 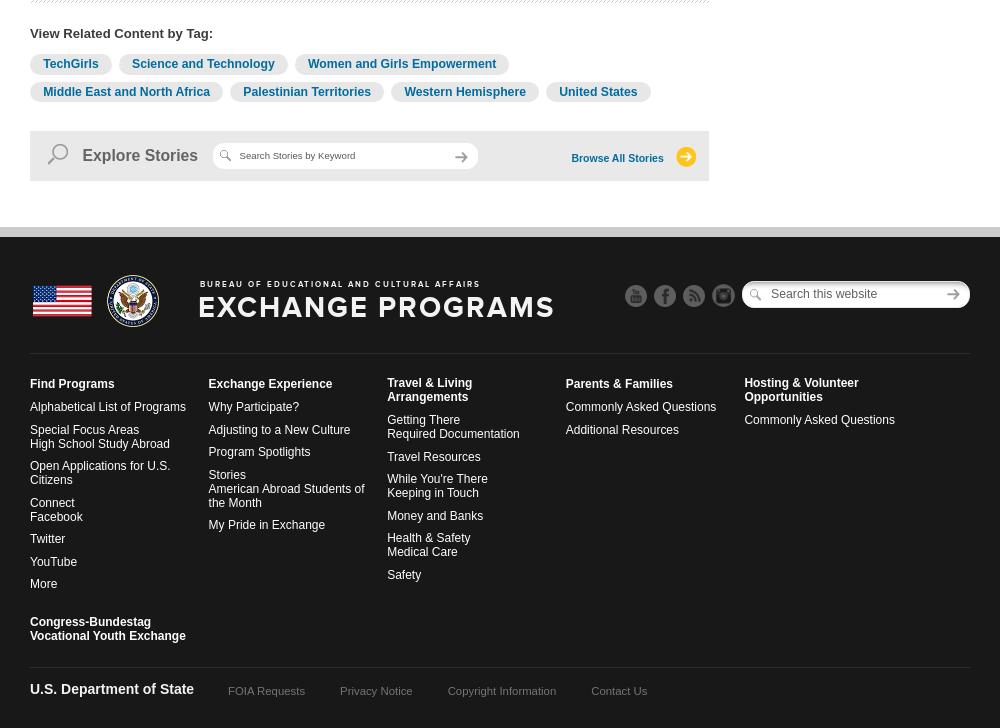 I want to click on 'Keeping in Touch', so click(x=387, y=493).